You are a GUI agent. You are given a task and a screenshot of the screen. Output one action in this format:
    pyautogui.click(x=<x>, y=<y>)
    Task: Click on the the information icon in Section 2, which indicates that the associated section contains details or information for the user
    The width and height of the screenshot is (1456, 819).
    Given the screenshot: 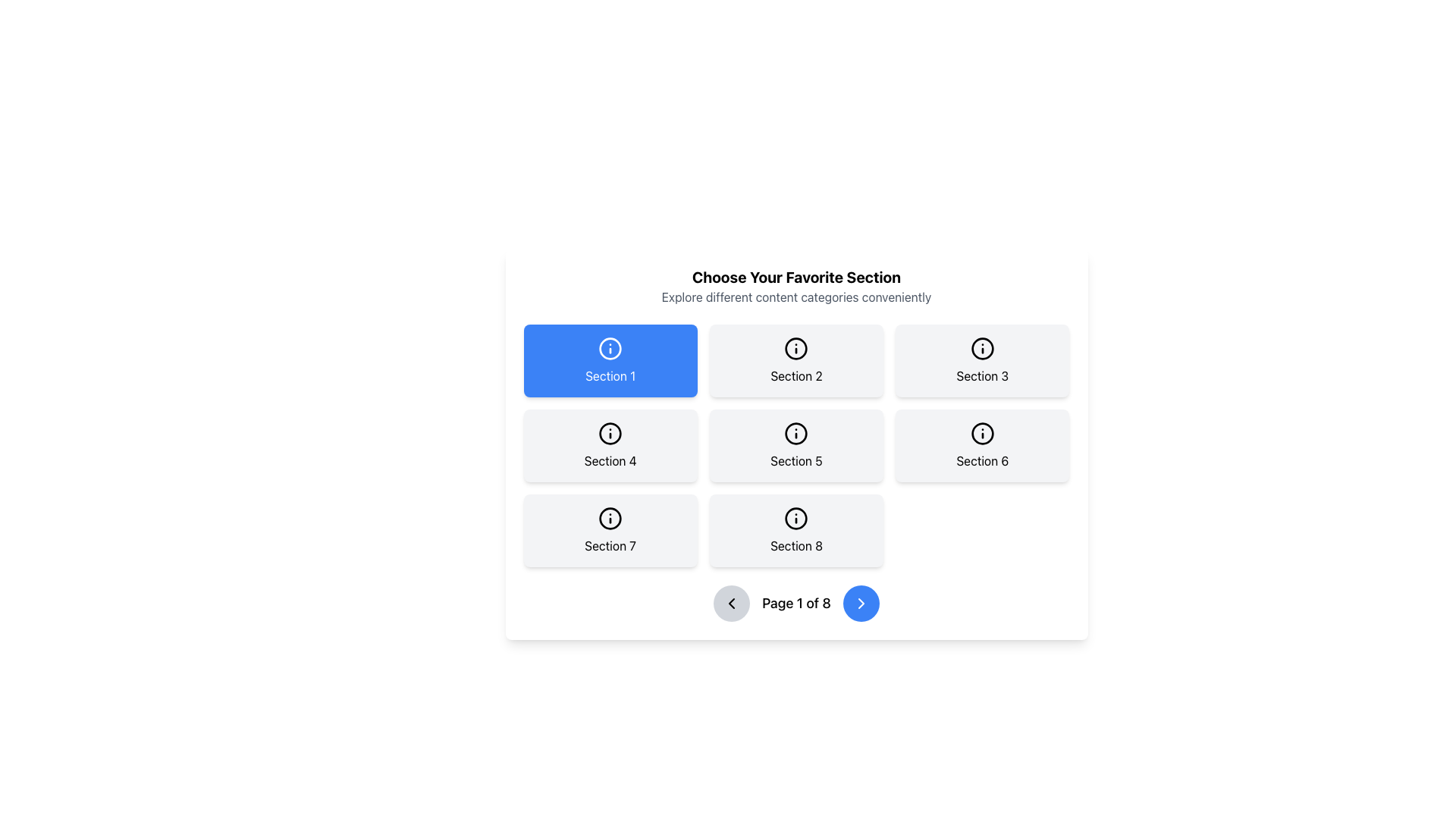 What is the action you would take?
    pyautogui.click(x=795, y=348)
    